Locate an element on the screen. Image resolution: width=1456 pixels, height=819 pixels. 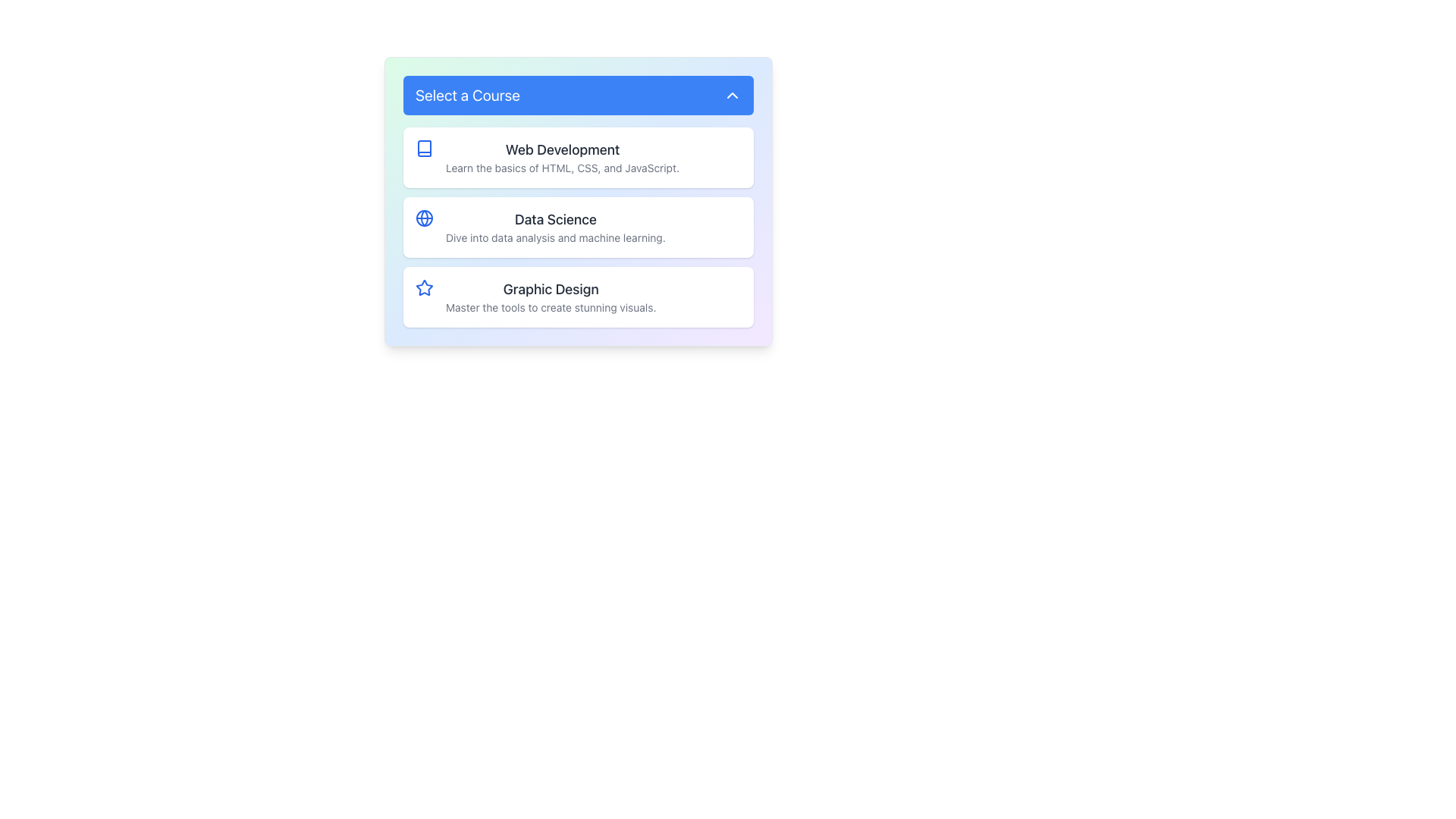
the 'Data Science' text section, which includes the title and subtitle, located in the second item of the course options list is located at coordinates (554, 227).